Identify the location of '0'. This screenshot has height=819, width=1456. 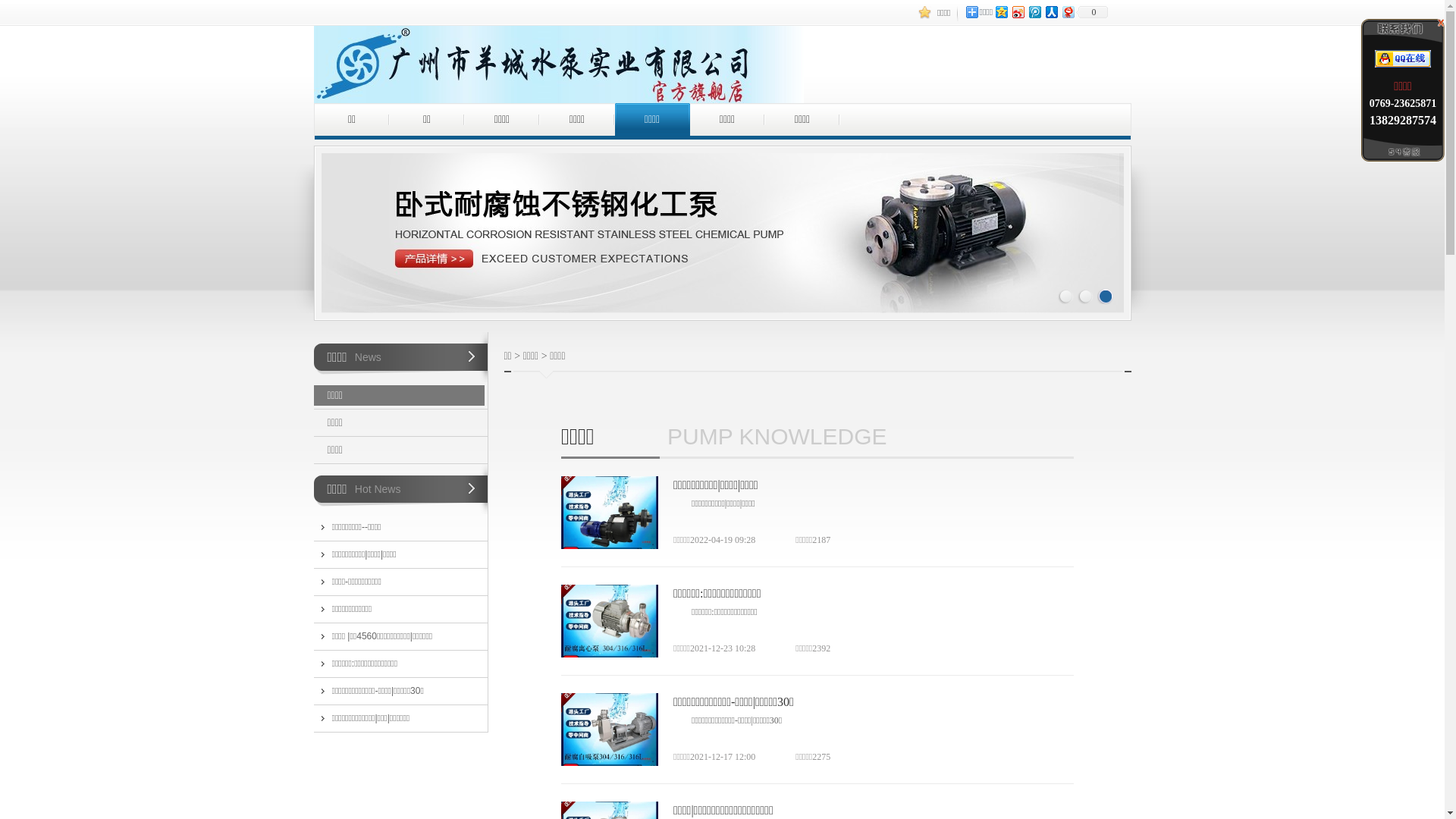
(1092, 11).